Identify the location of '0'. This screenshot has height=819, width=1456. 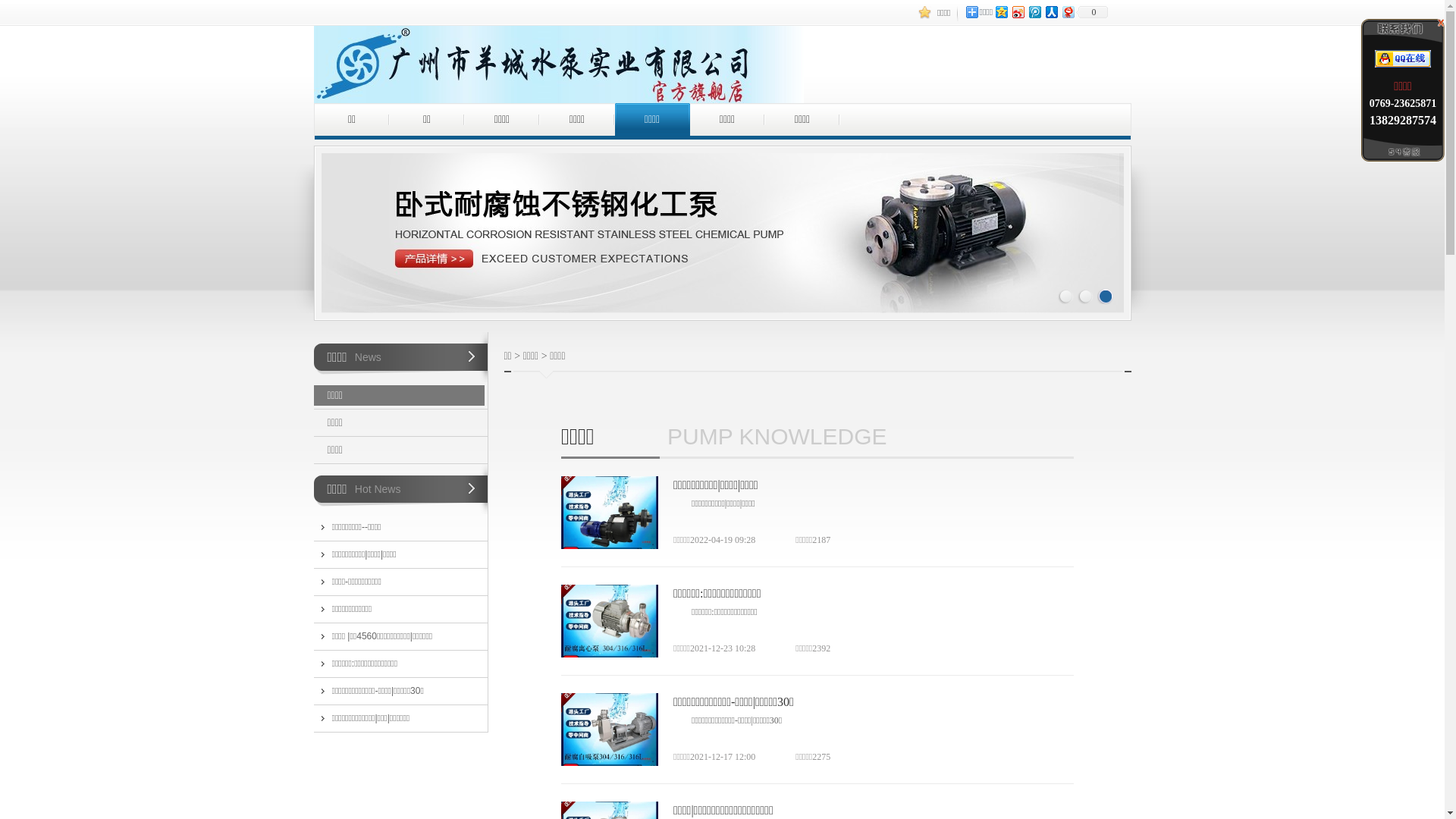
(1092, 11).